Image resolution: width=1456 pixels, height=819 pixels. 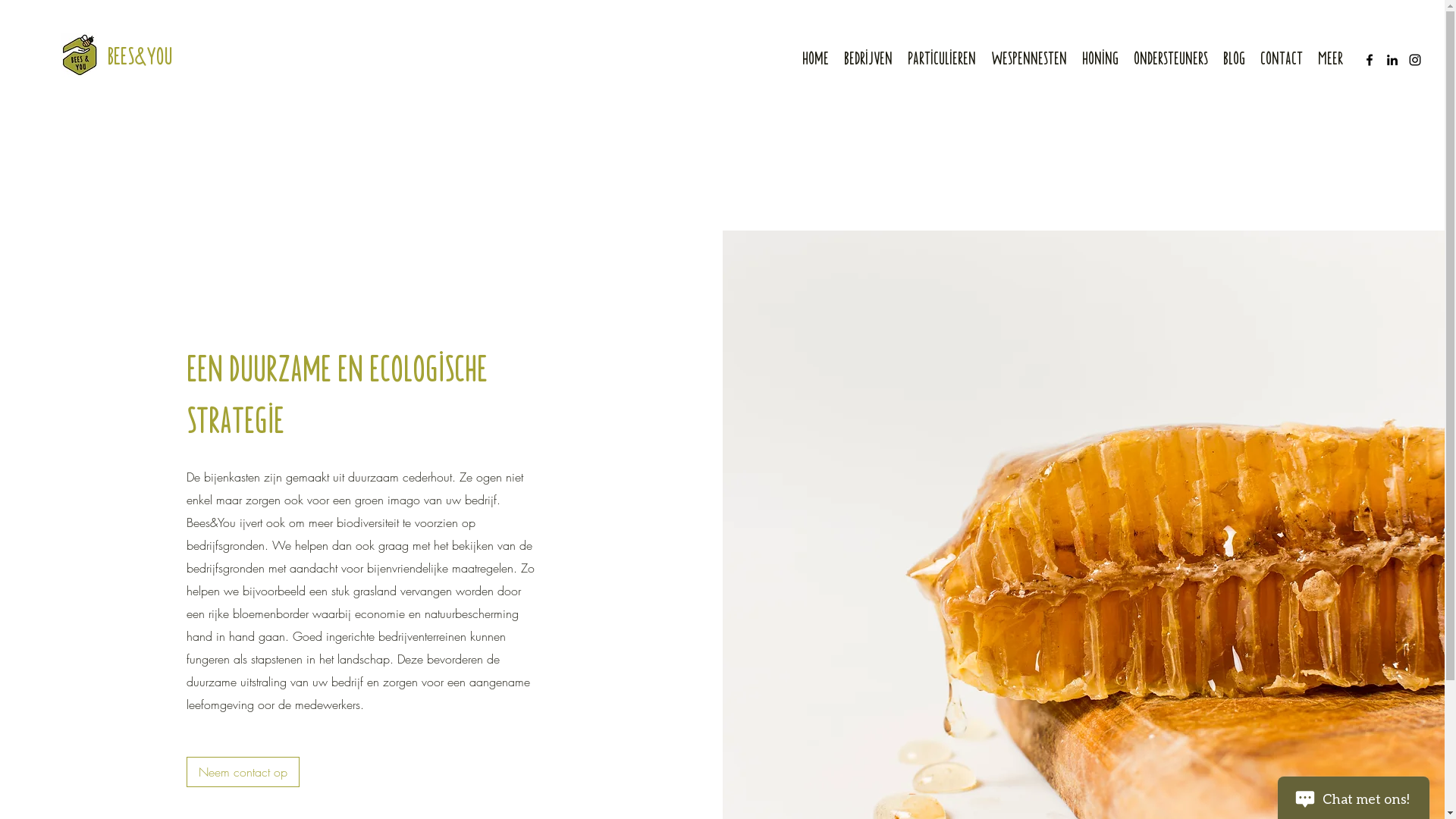 What do you see at coordinates (1100, 56) in the screenshot?
I see `'Honing'` at bounding box center [1100, 56].